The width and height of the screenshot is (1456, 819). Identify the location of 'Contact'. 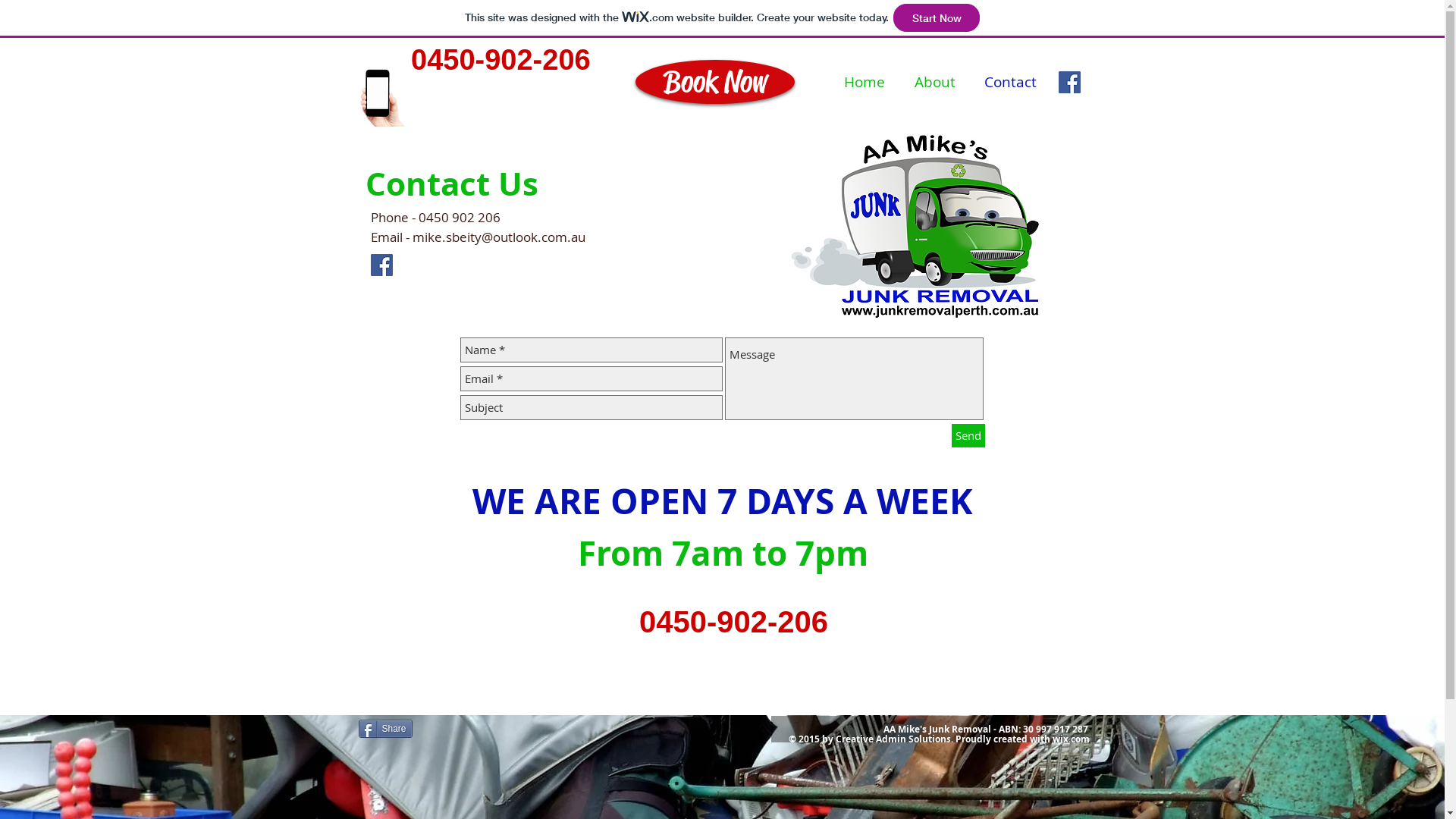
(968, 82).